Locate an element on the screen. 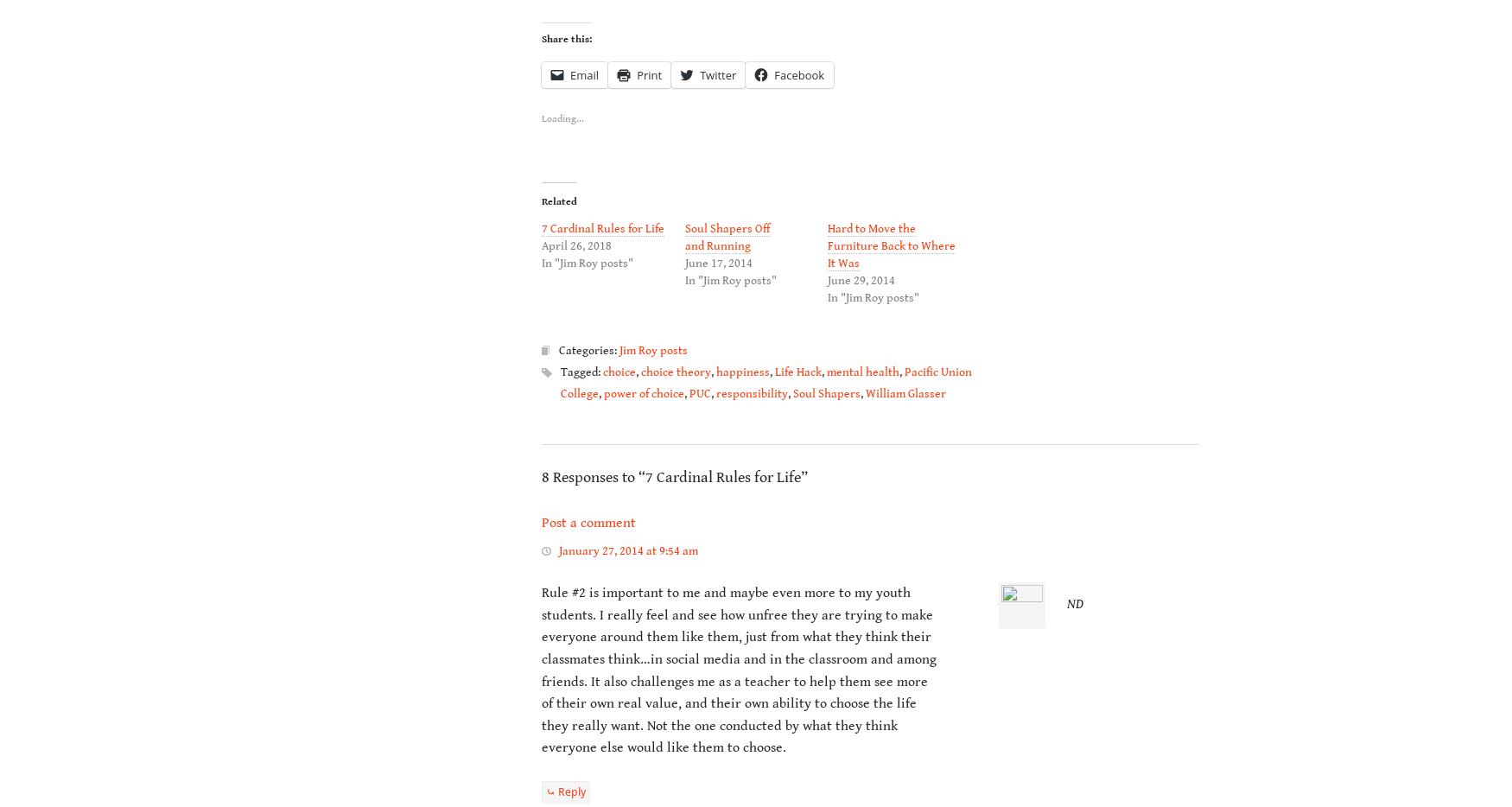 The width and height of the screenshot is (1512, 807). 'power of choice' is located at coordinates (644, 393).